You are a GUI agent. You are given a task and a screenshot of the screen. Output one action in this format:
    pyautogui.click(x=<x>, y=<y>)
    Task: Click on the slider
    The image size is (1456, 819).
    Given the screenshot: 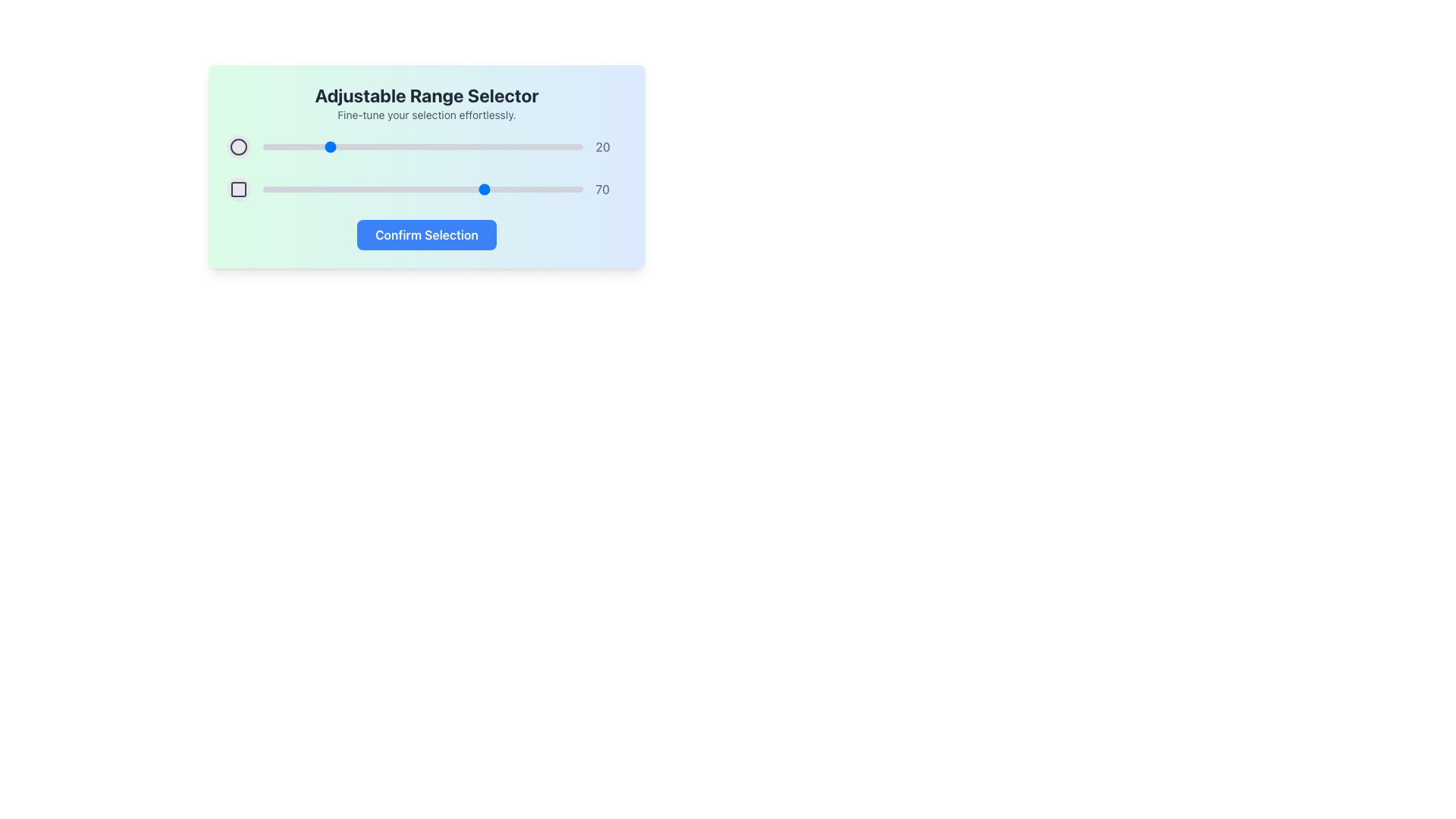 What is the action you would take?
    pyautogui.click(x=428, y=146)
    